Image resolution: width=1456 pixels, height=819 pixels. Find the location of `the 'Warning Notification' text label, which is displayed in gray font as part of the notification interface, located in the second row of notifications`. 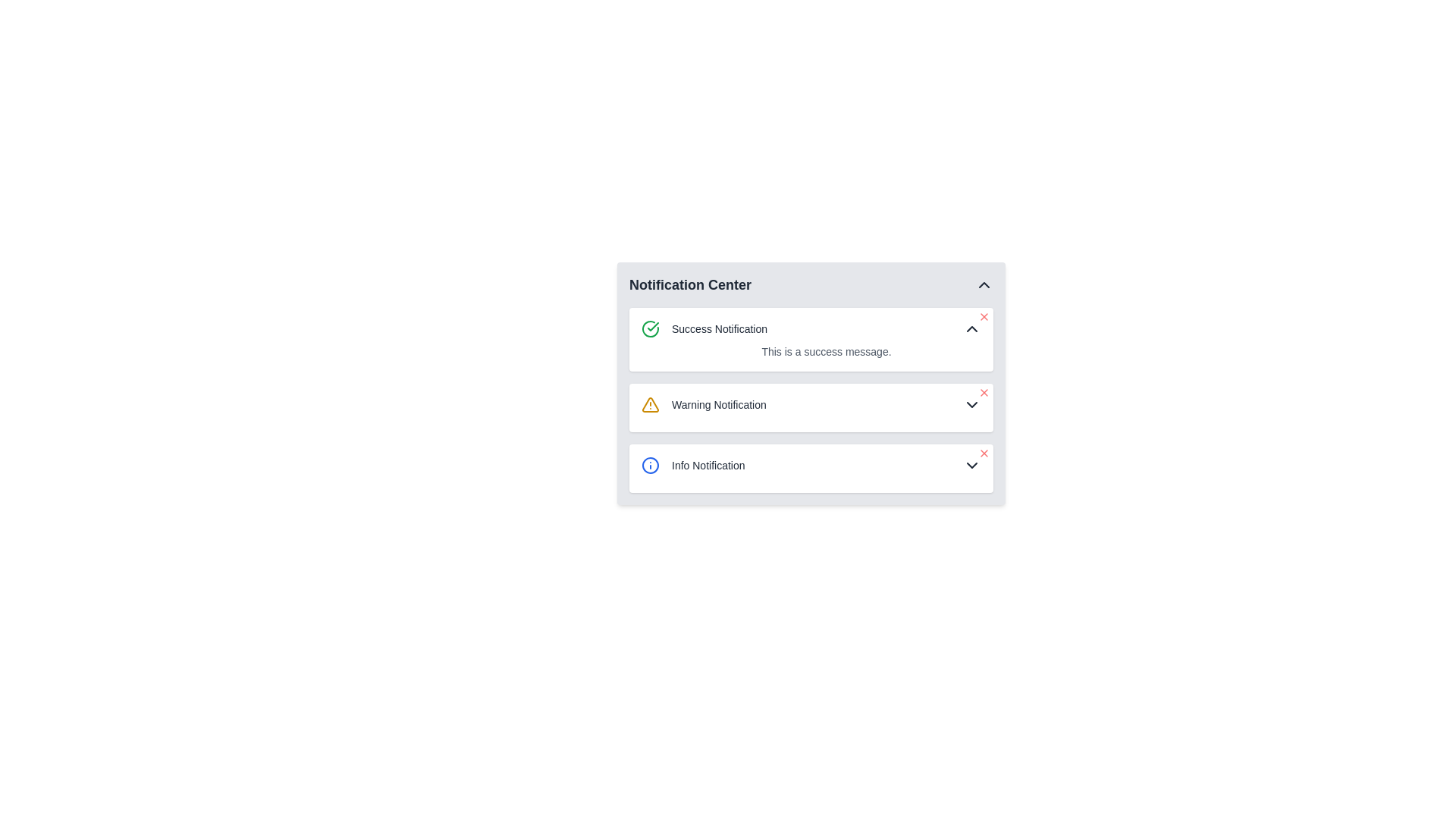

the 'Warning Notification' text label, which is displayed in gray font as part of the notification interface, located in the second row of notifications is located at coordinates (718, 403).